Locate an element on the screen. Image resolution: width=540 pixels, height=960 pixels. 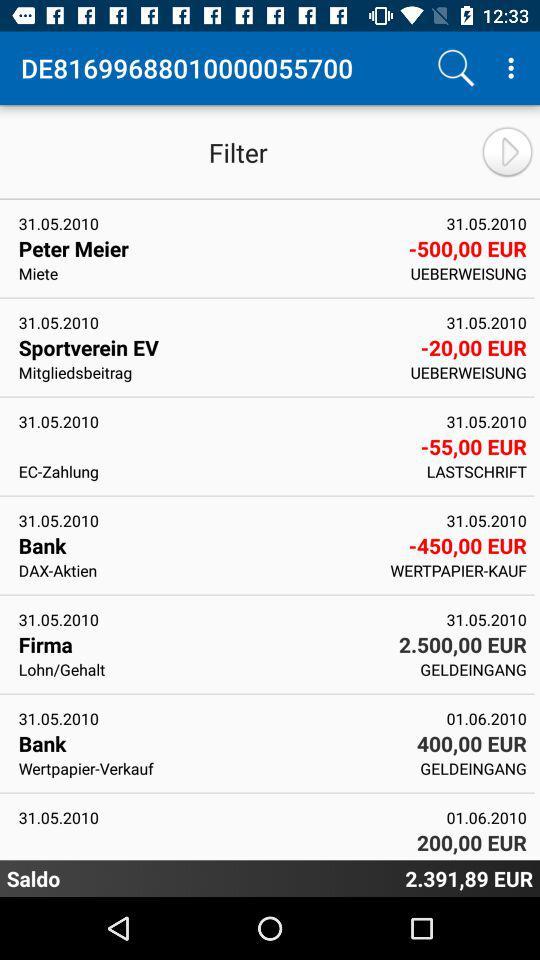
the app below the sportverein ev item is located at coordinates (207, 371).